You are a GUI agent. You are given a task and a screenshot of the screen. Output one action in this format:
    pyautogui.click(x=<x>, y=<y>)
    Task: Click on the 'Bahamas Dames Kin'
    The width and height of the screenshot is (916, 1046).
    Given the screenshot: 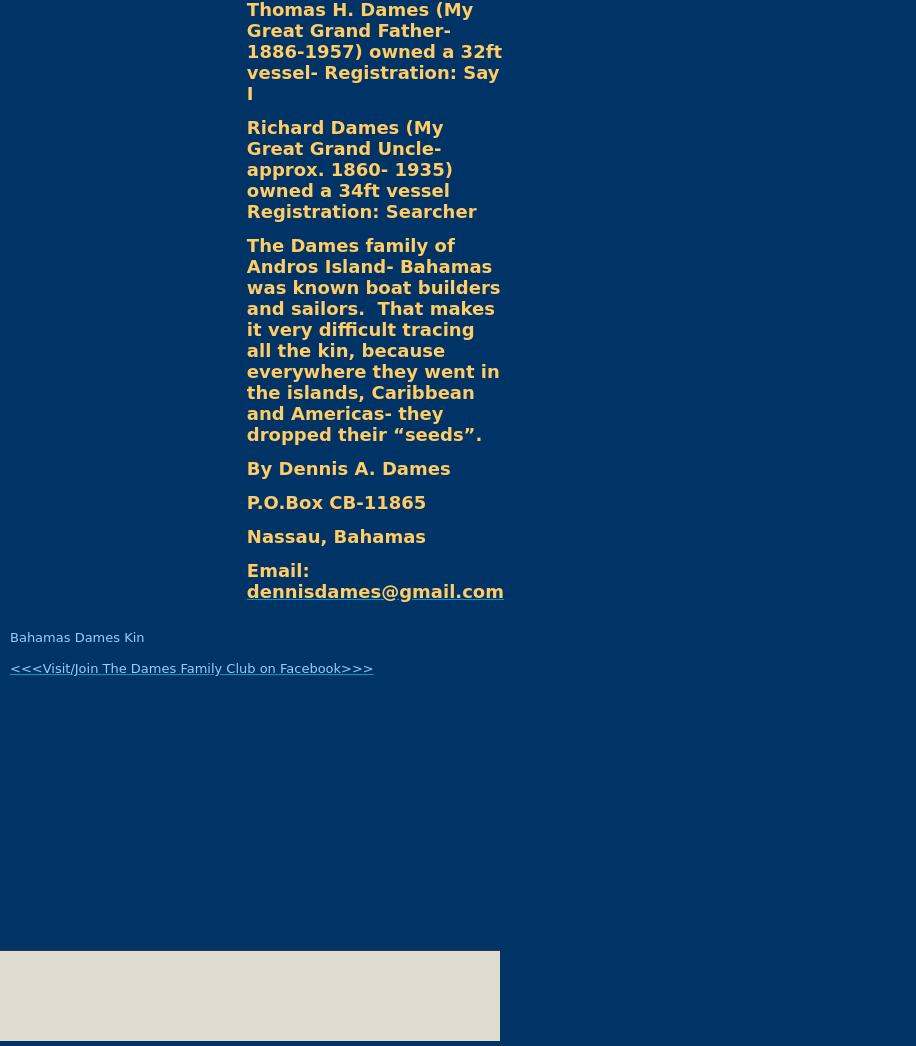 What is the action you would take?
    pyautogui.click(x=76, y=636)
    